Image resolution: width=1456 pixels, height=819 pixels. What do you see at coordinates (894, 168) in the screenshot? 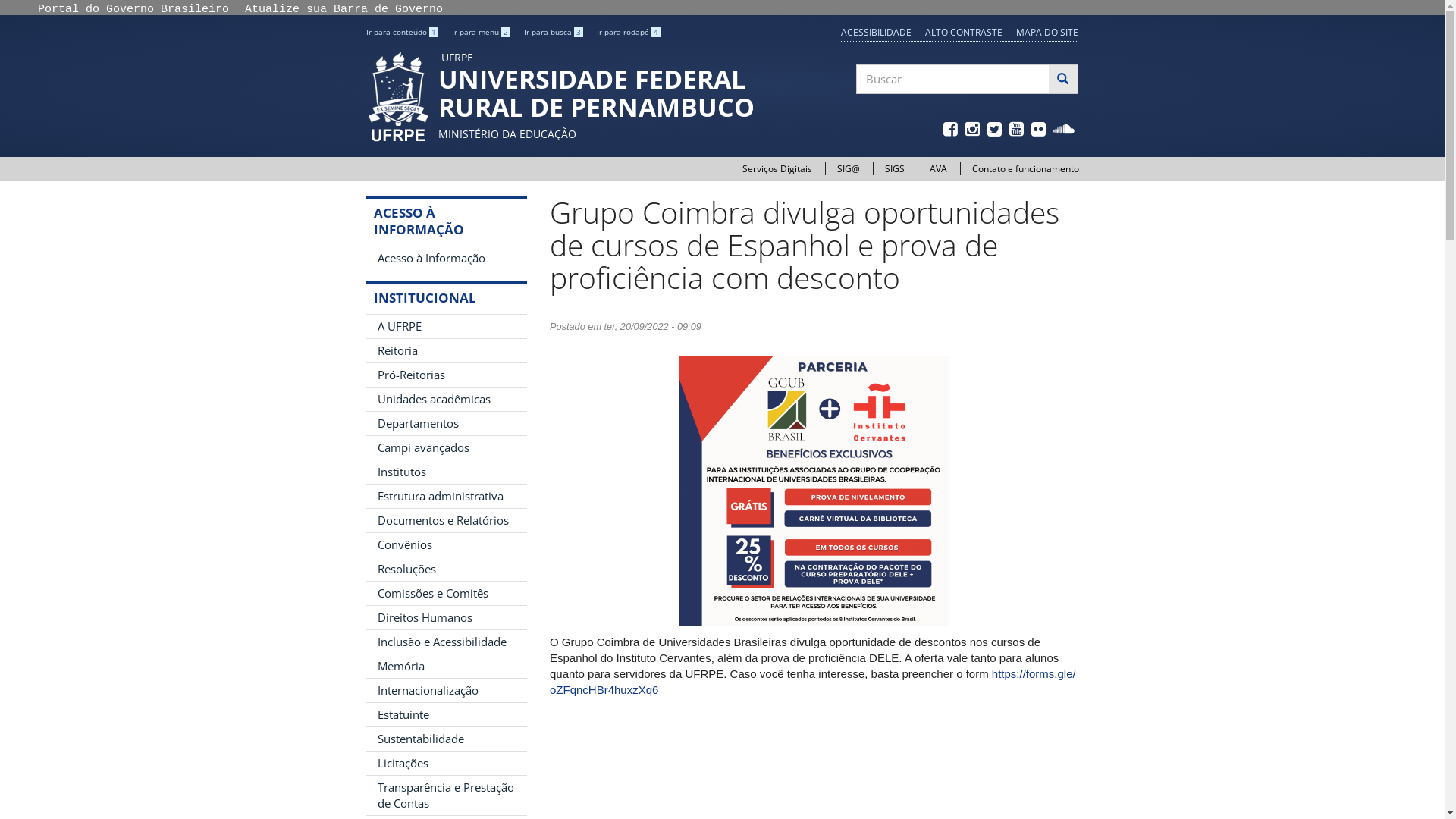
I see `'SIGS'` at bounding box center [894, 168].